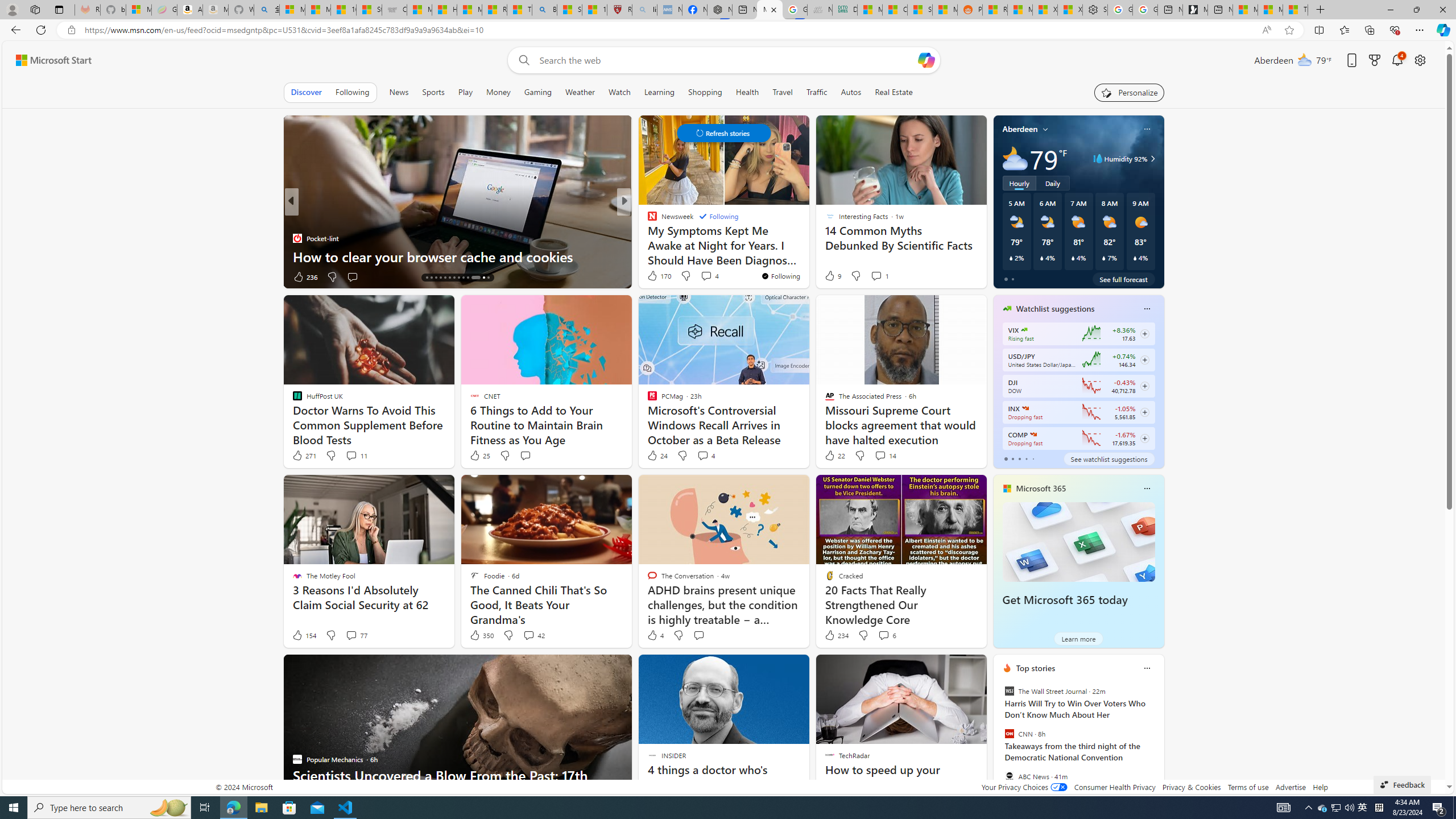 Image resolution: width=1456 pixels, height=819 pixels. I want to click on 'View comments 77 Comment', so click(350, 635).